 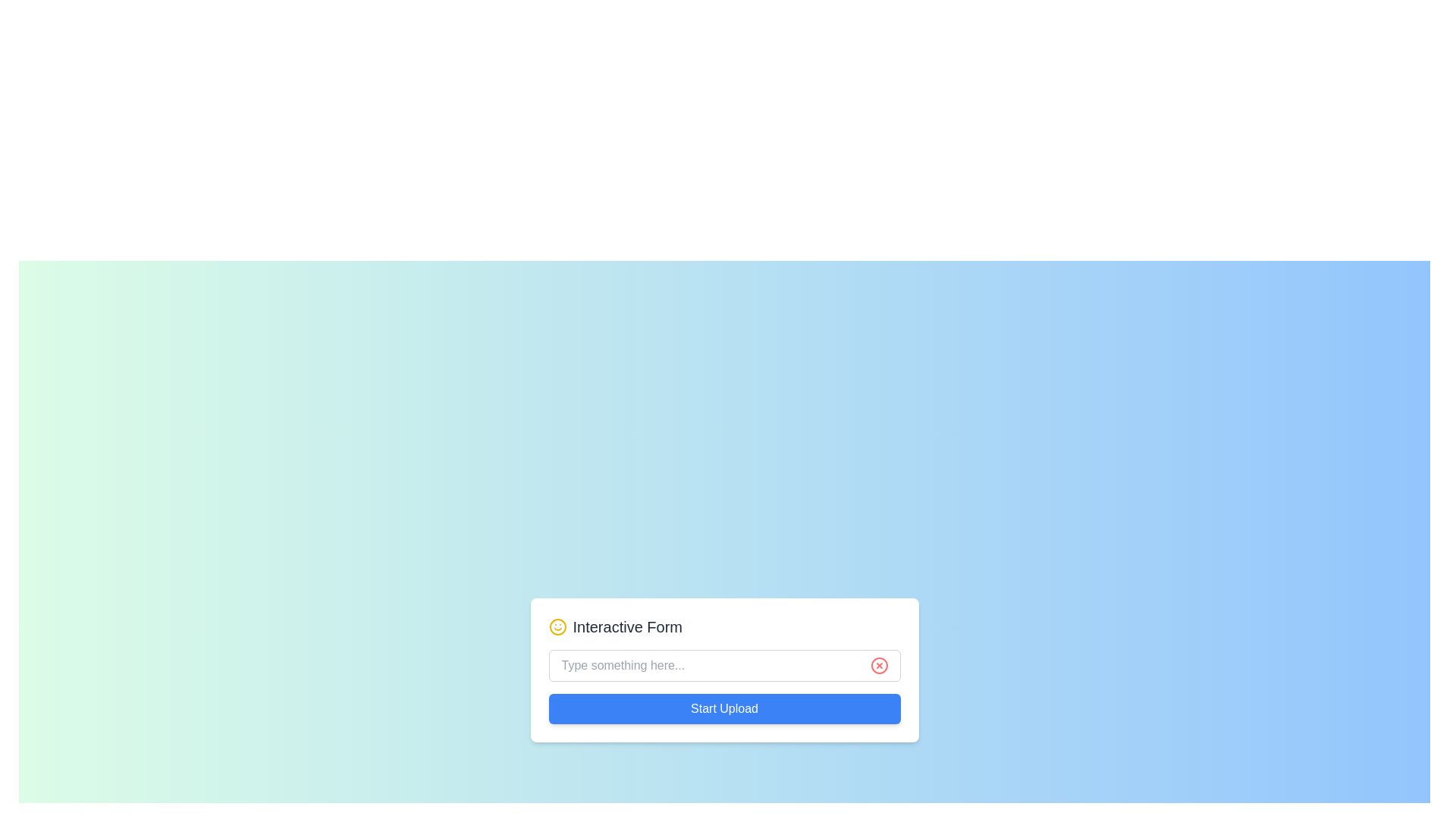 What do you see at coordinates (627, 626) in the screenshot?
I see `text displayed in the Text Label that serves as the title for the section, which says 'Interactive Form'` at bounding box center [627, 626].